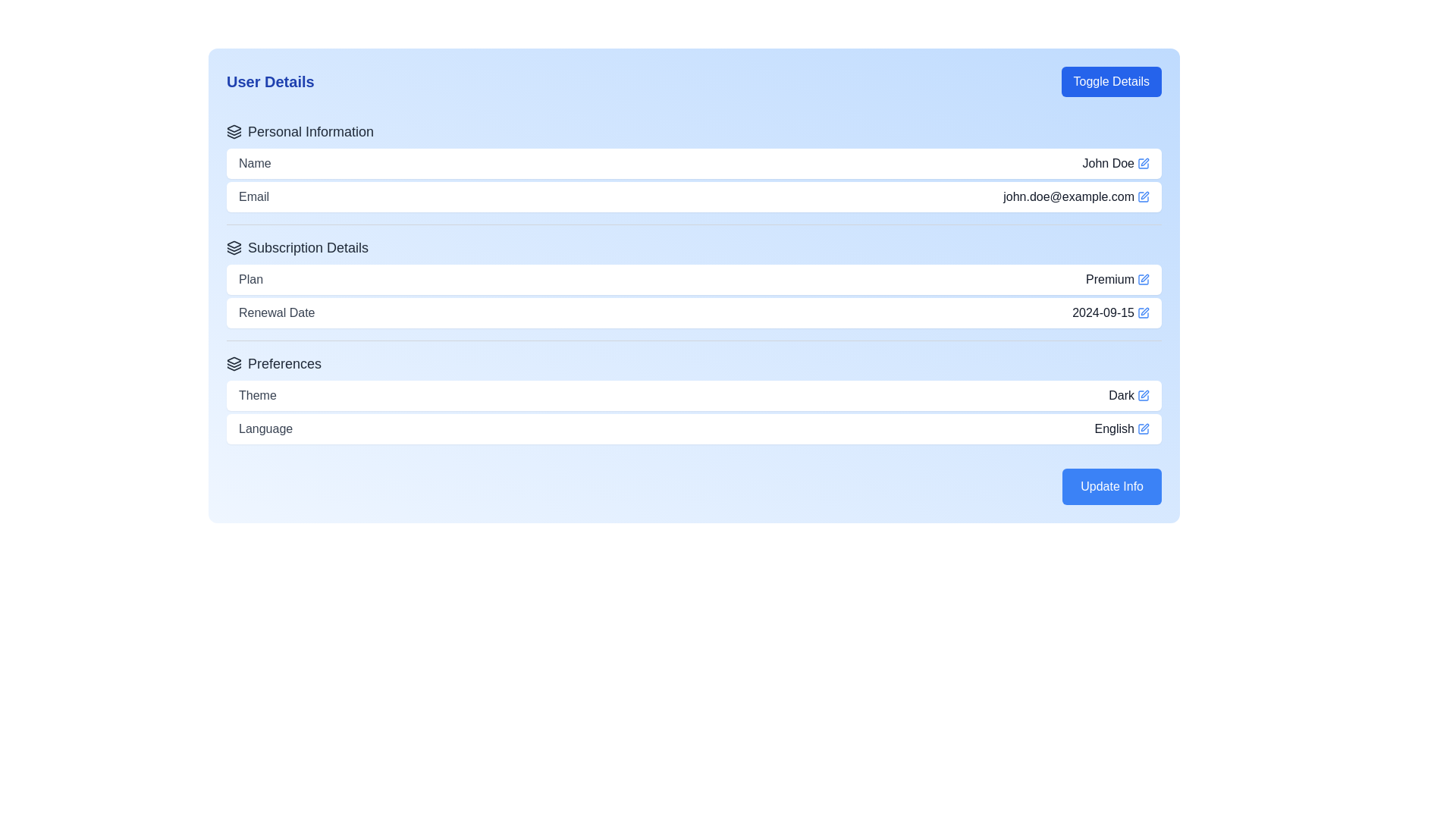 Image resolution: width=1456 pixels, height=819 pixels. I want to click on the text label displaying 'Dark', which is styled in medium gray and located next to a small blue pen icon in the 'Theme' section of the 'Preferences' area, so click(1129, 394).